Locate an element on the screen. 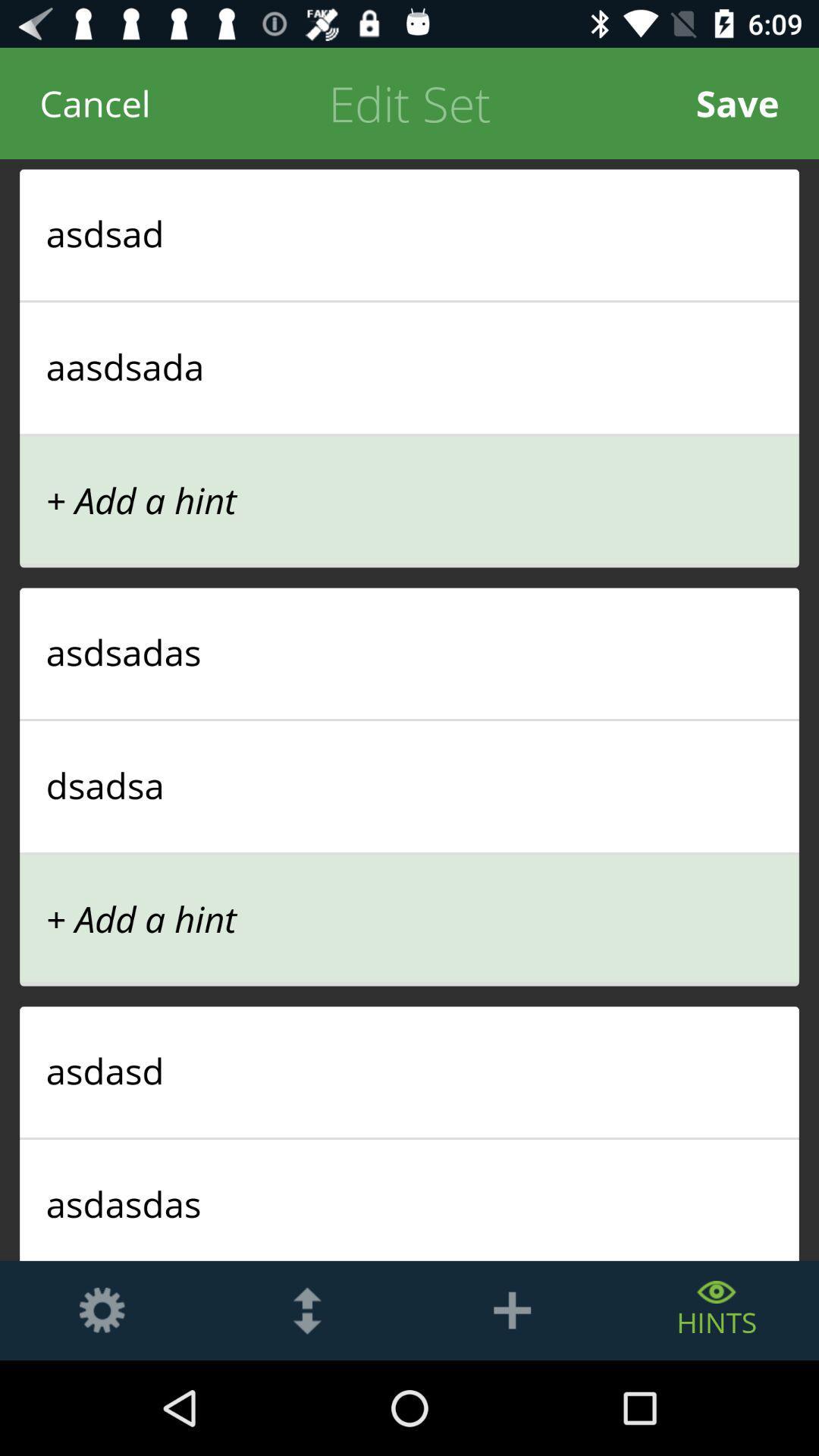  cancel is located at coordinates (95, 102).